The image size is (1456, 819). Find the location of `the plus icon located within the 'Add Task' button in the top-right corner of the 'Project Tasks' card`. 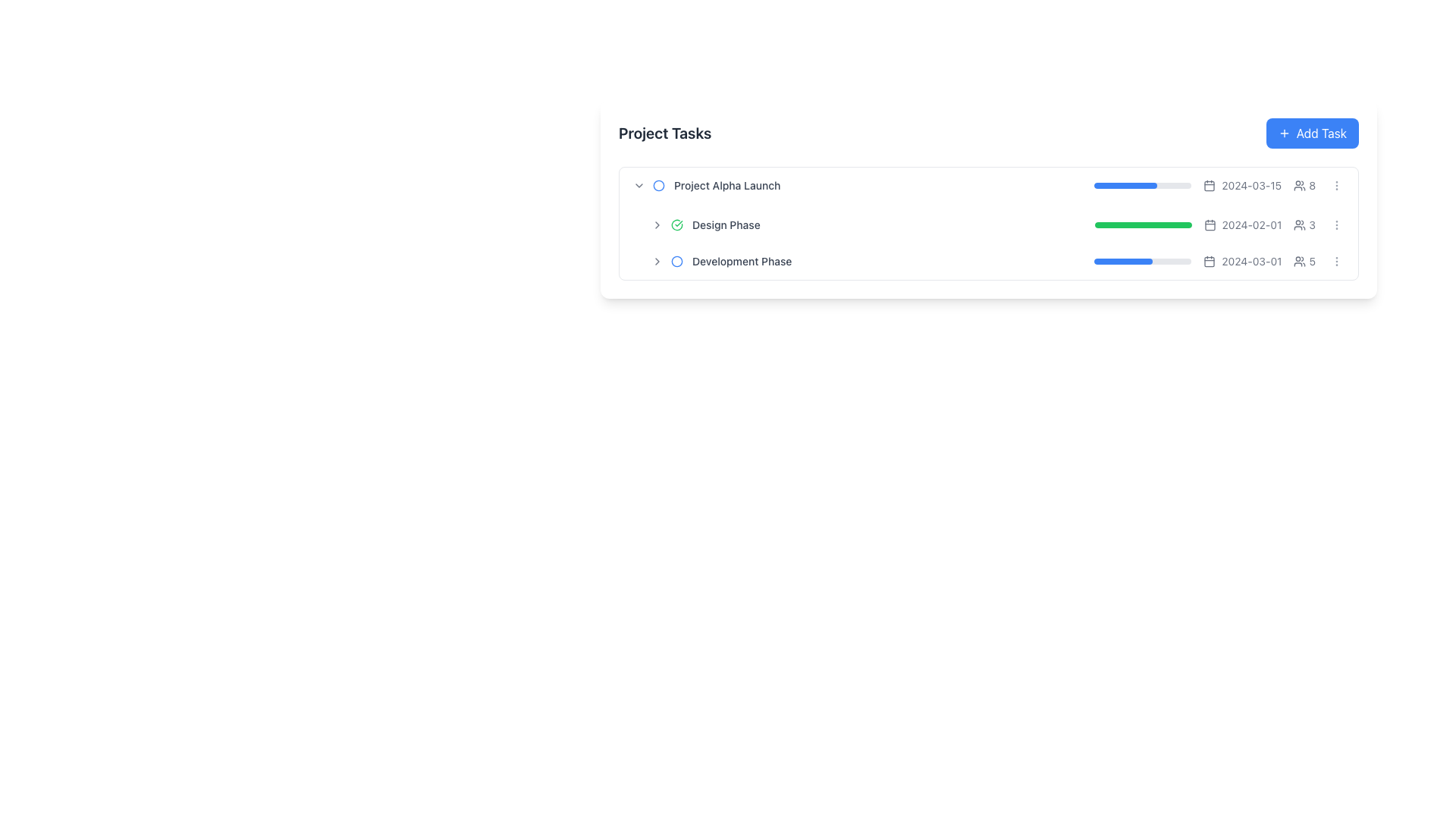

the plus icon located within the 'Add Task' button in the top-right corner of the 'Project Tasks' card is located at coordinates (1283, 133).